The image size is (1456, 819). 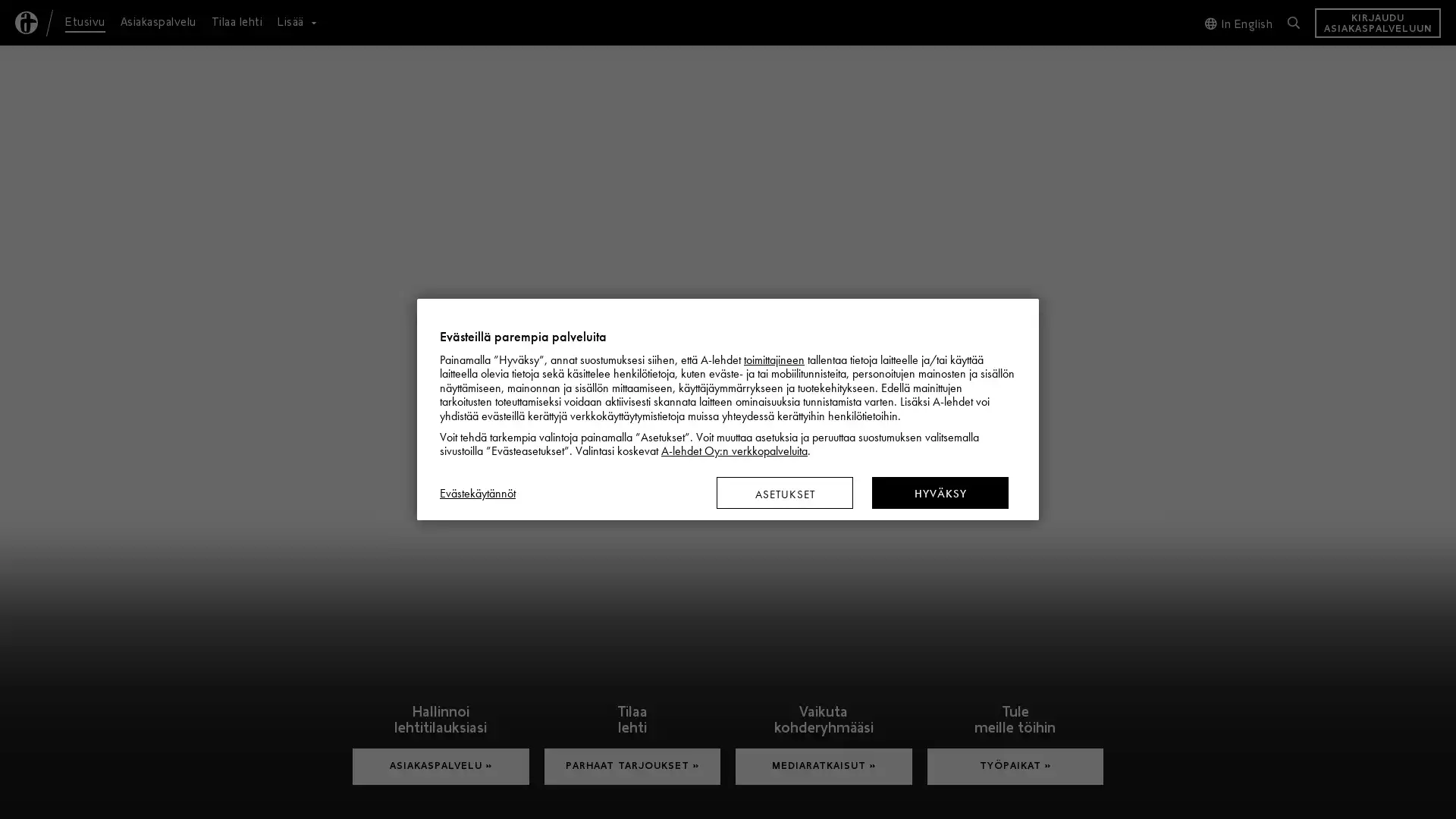 What do you see at coordinates (939, 491) in the screenshot?
I see `HYVAKSY` at bounding box center [939, 491].